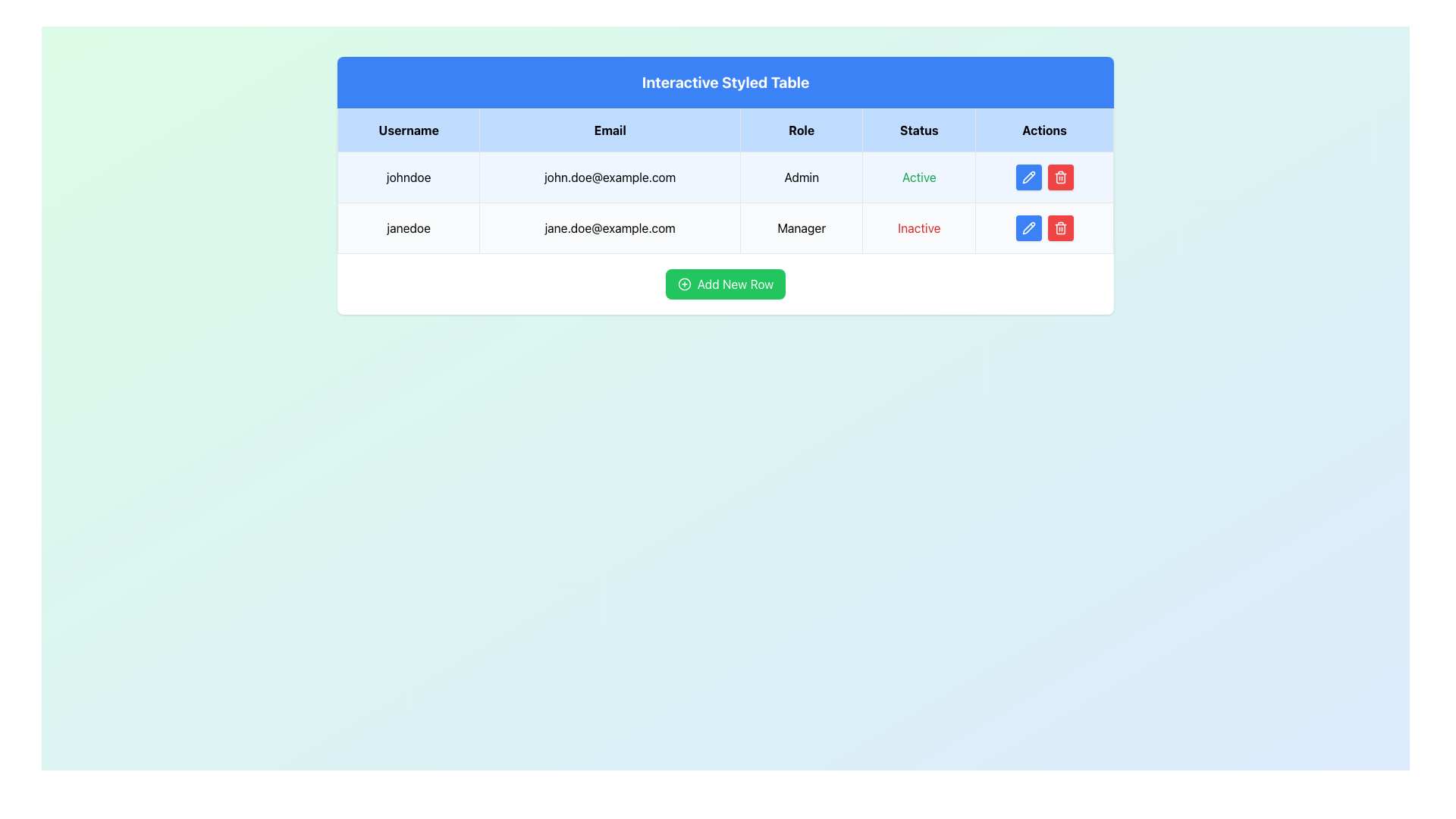 This screenshot has height=819, width=1456. I want to click on the 'Manager' text label element located under the 'Role' column for the user 'janedoe' in the table layout, so click(801, 227).